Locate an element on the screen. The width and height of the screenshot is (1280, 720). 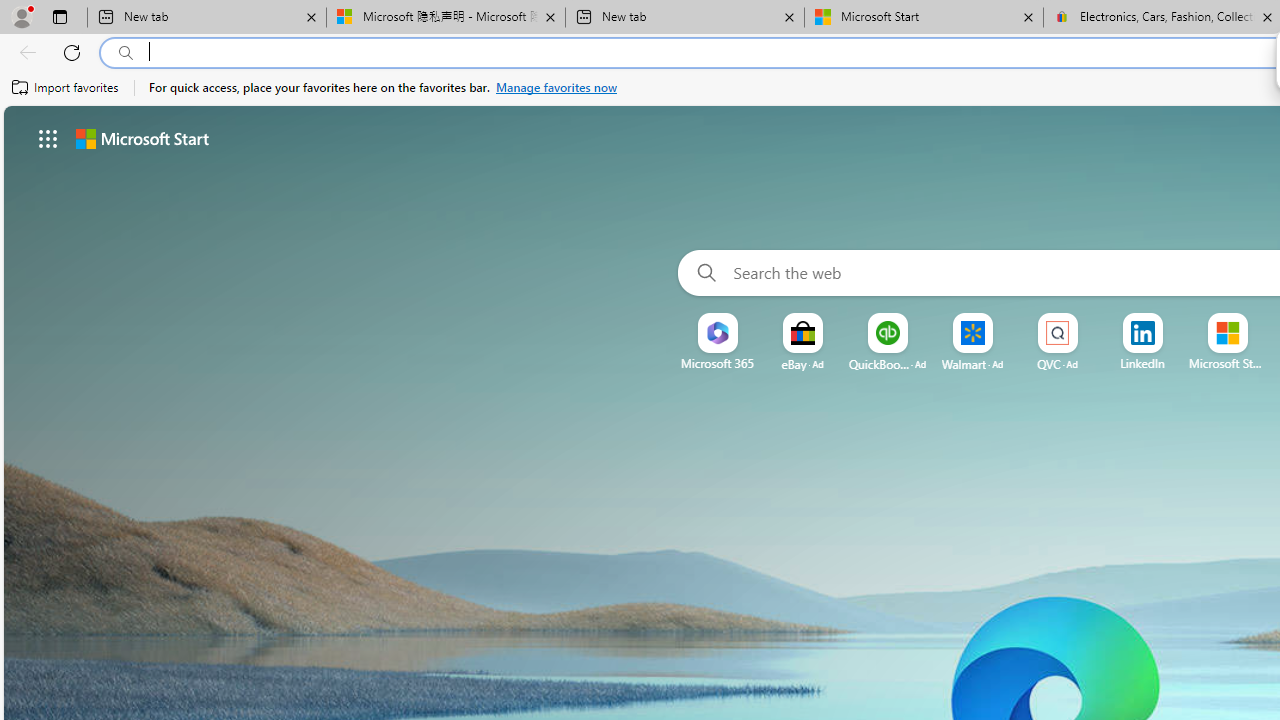
'Manage favorites now' is located at coordinates (556, 87).